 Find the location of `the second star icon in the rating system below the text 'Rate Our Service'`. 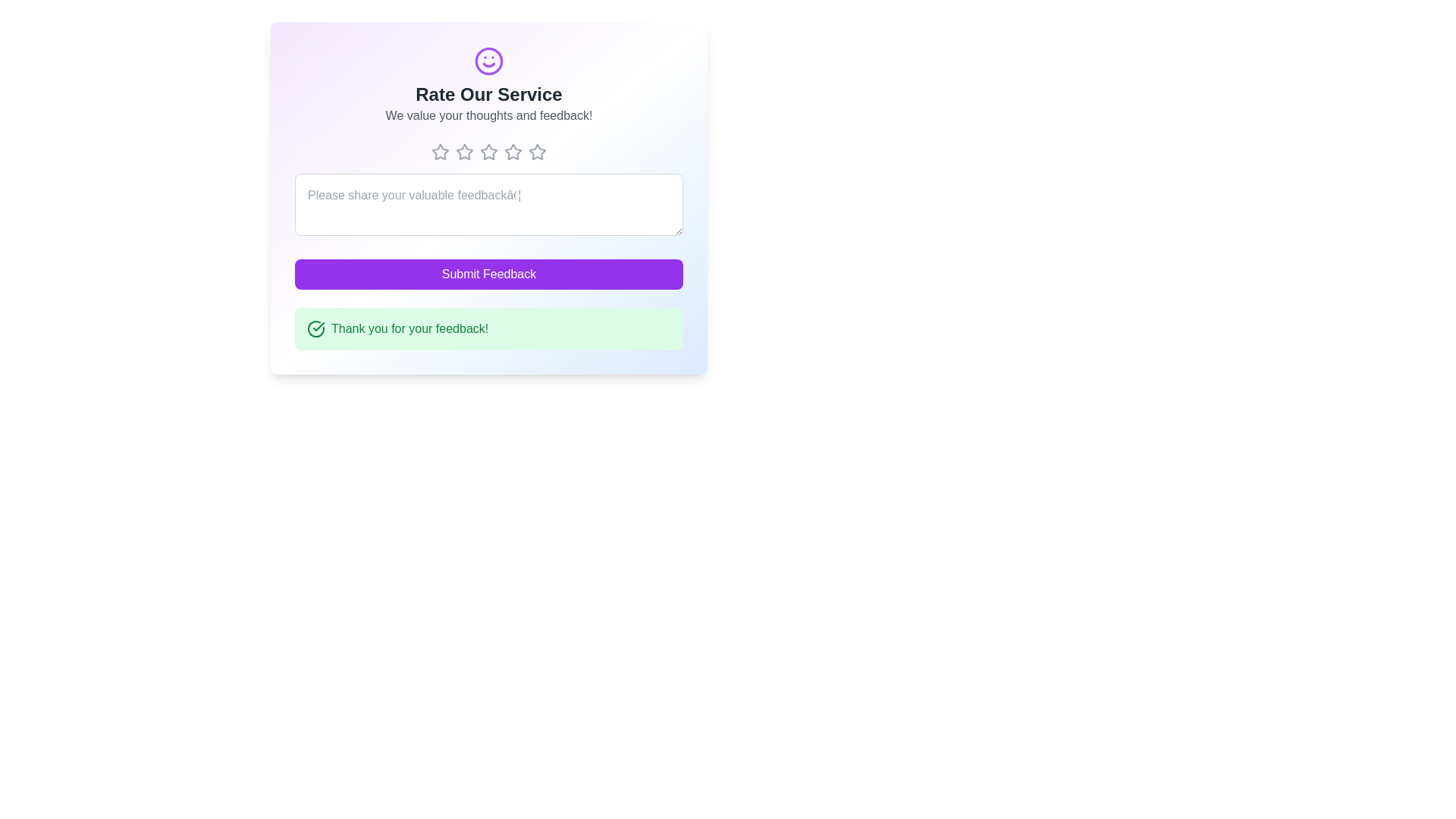

the second star icon in the rating system below the text 'Rate Our Service' is located at coordinates (464, 152).